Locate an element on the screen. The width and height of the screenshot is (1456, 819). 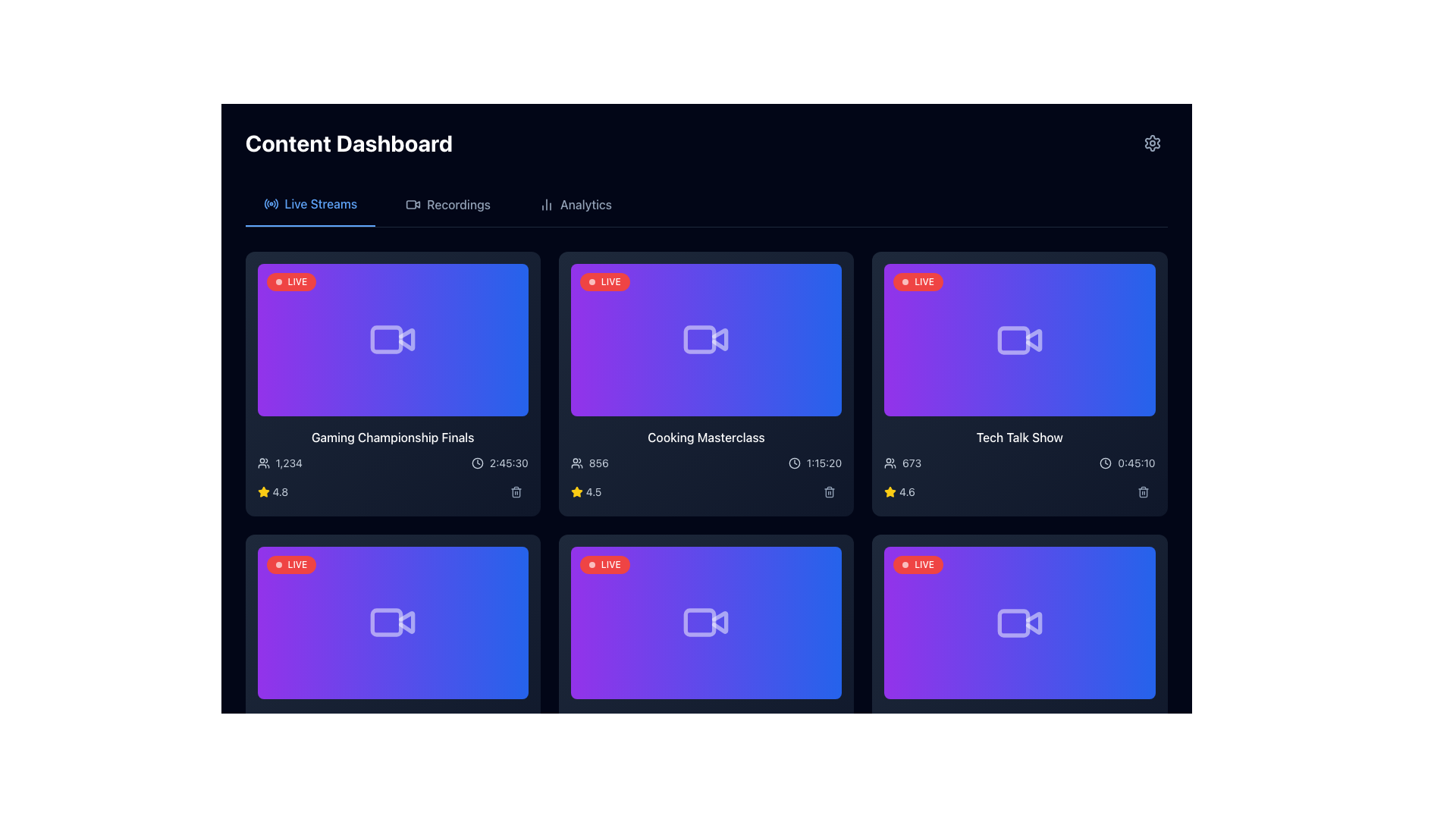
the text label indicating the number of users associated with the 'Cooking Masterclass' session, located in the lower section of the card within the 'Live Streams' grid, to the left of the time indicator '1:15:20' is located at coordinates (588, 462).